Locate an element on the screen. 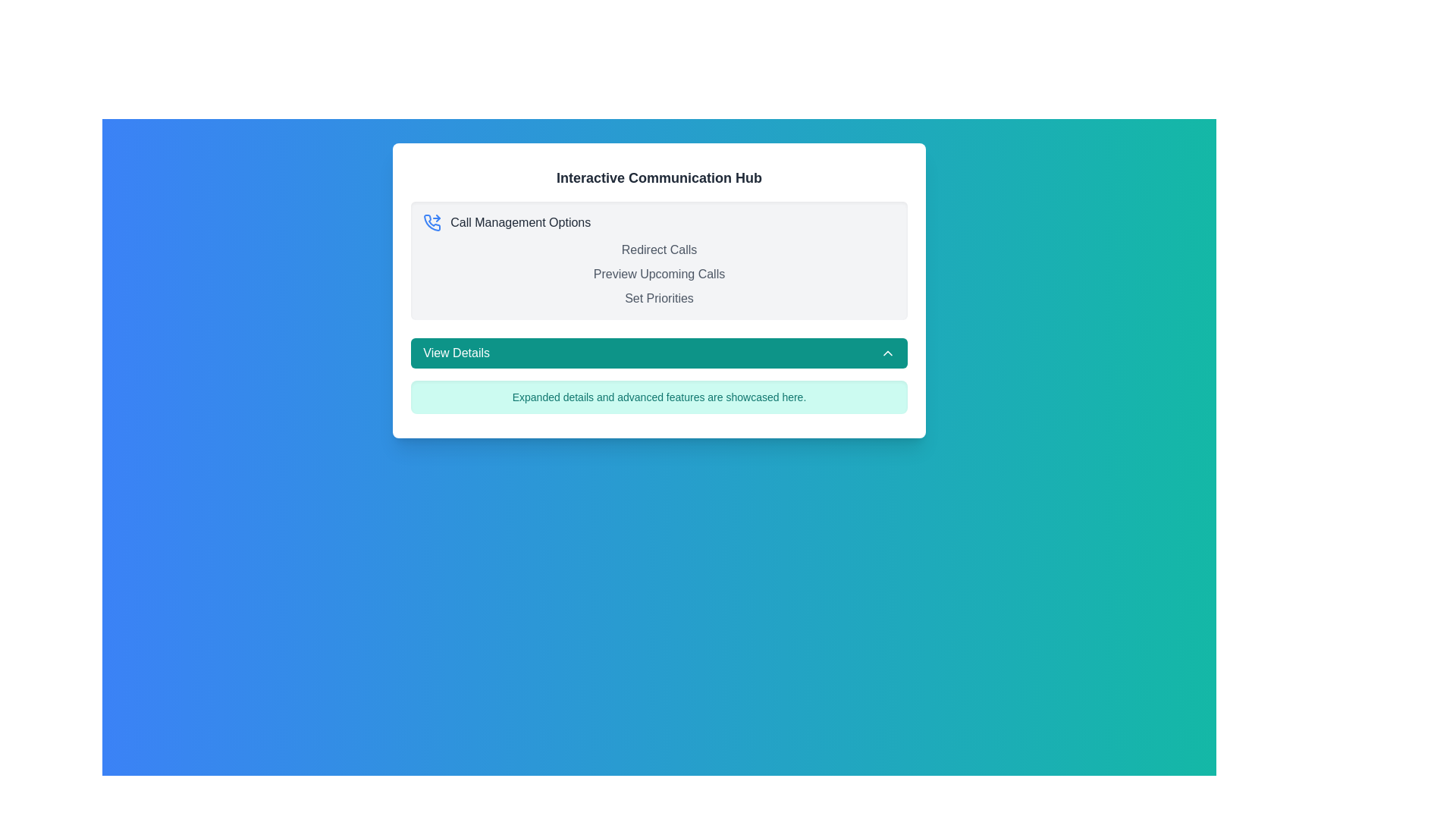 The width and height of the screenshot is (1456, 819). the Textblock displaying the text 'Expanded details and advanced features are showcased here.' which is styled with a small font size and teal color, located at the bottom section of the card with a light teal background is located at coordinates (659, 397).